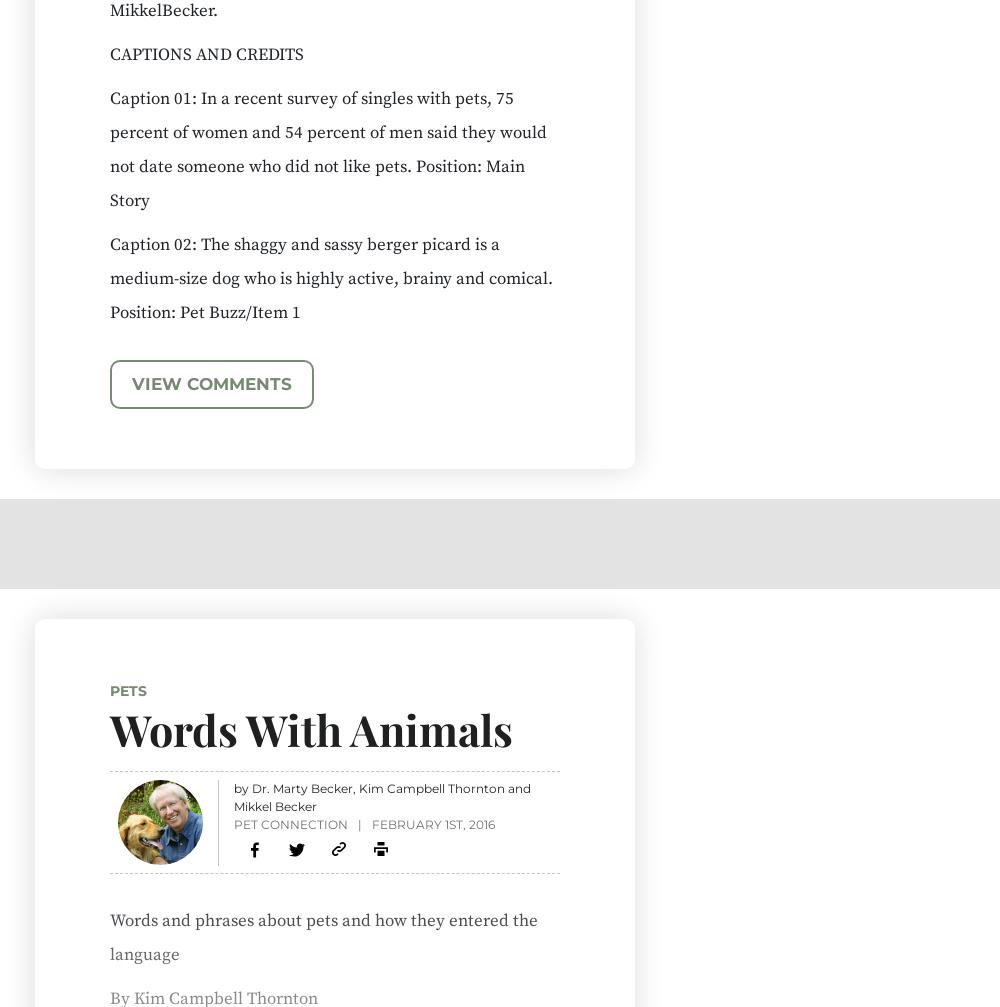 This screenshot has height=1007, width=1000. I want to click on 'Caption 02: The shaggy and sassy berger picard is a medium-size dog who is highly active, brainy and comical.  Position: Pet Buzz/Item 1', so click(330, 278).